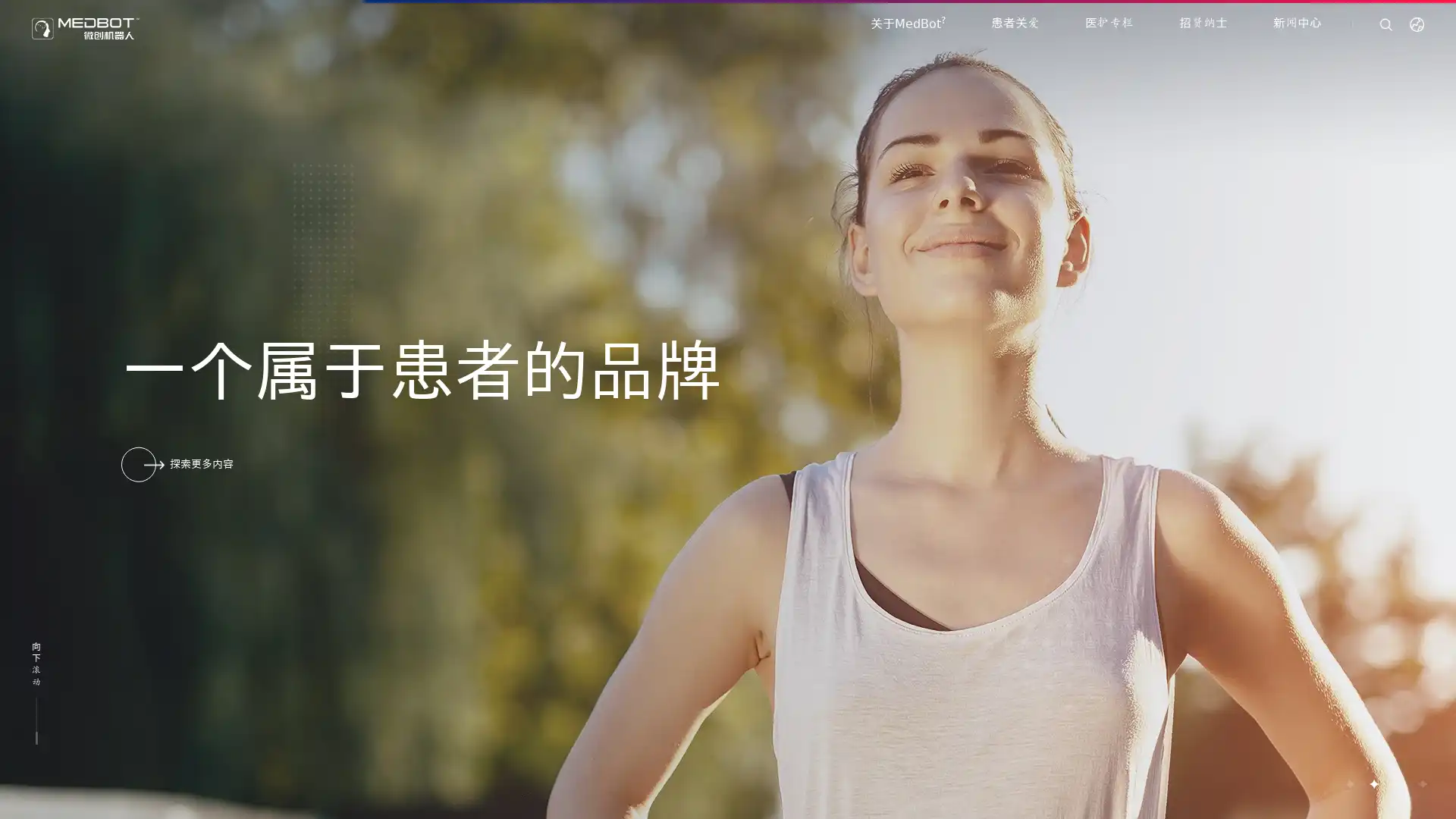 This screenshot has width=1456, height=819. I want to click on Go to slide 4, so click(1421, 783).